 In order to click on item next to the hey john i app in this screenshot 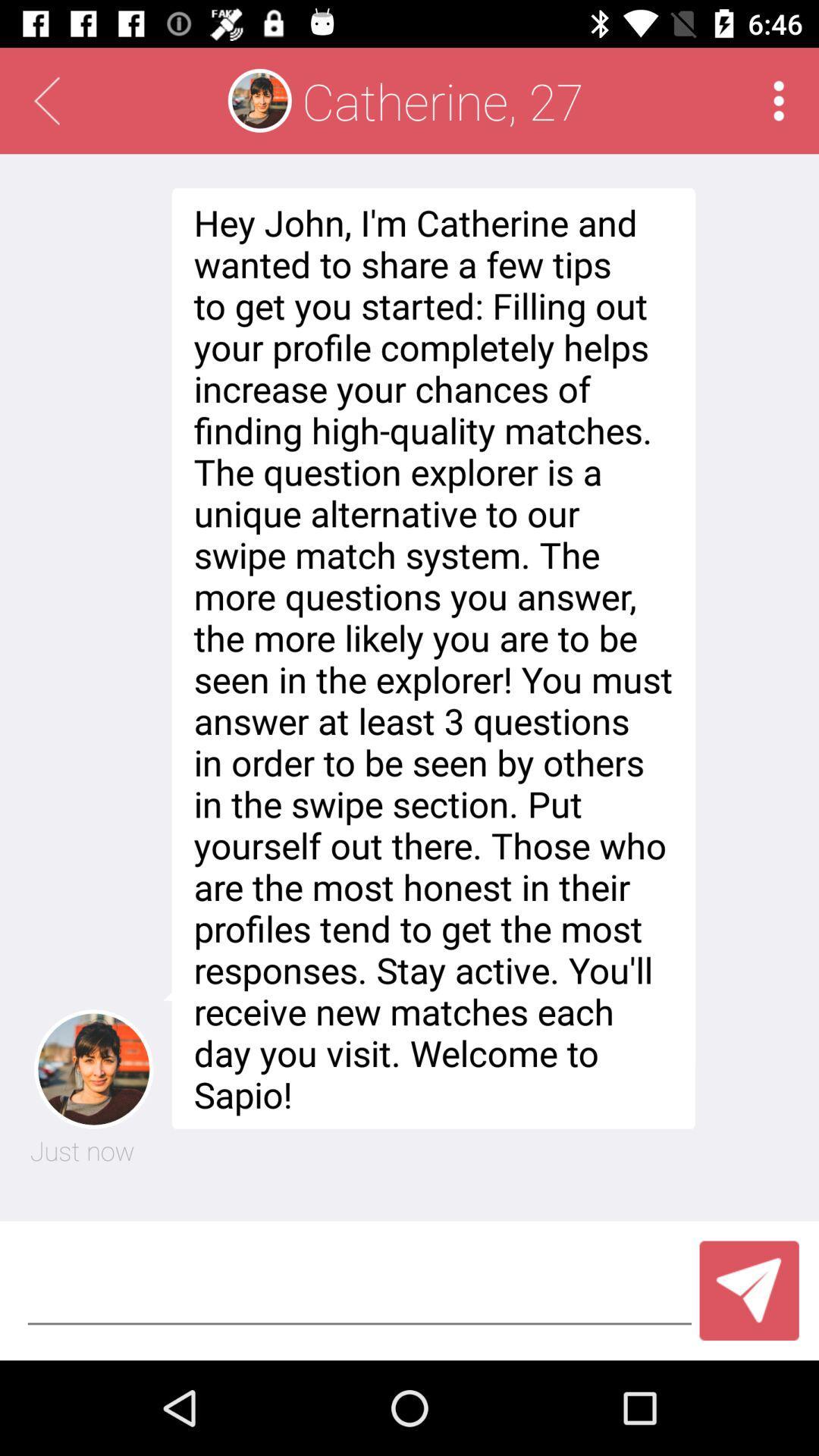, I will do `click(82, 1150)`.